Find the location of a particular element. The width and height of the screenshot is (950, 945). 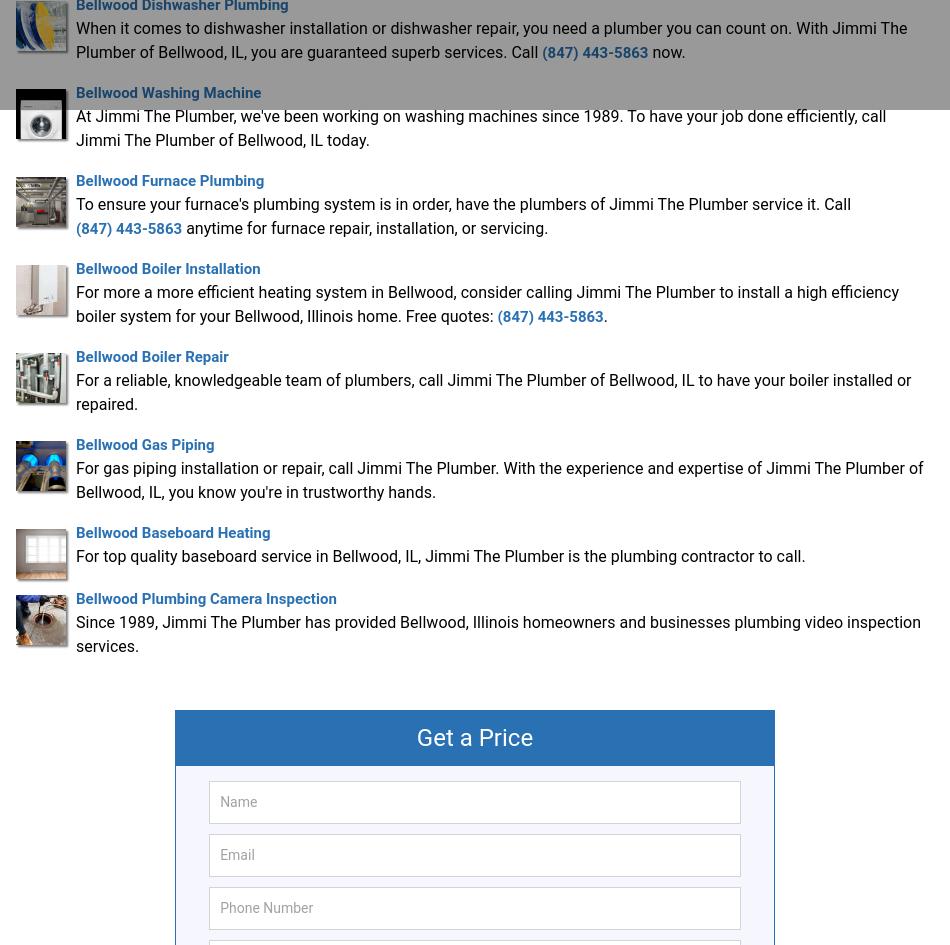

'Bellwood Boiler Installation' is located at coordinates (167, 267).